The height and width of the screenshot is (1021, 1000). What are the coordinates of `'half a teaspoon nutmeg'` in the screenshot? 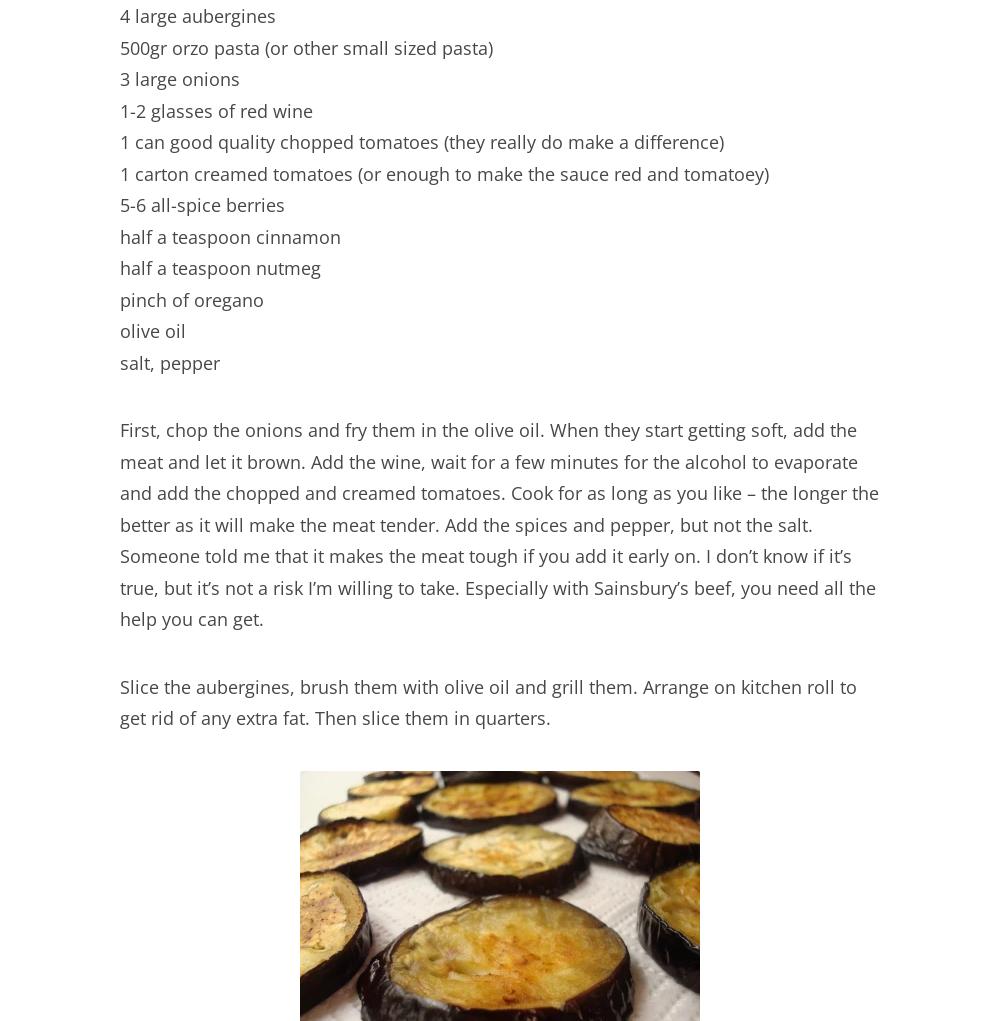 It's located at (219, 267).